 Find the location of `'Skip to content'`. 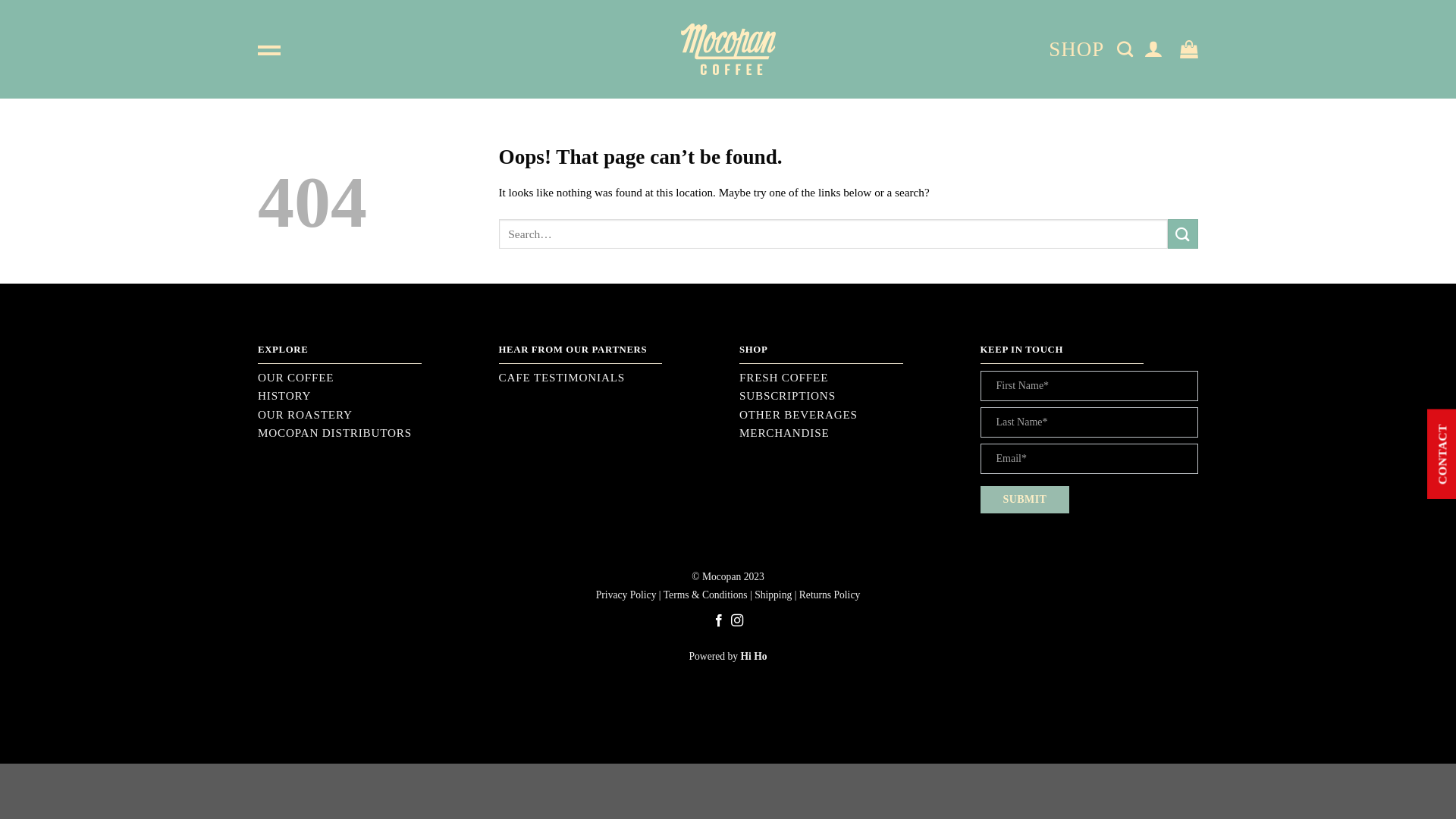

'Skip to content' is located at coordinates (0, 0).